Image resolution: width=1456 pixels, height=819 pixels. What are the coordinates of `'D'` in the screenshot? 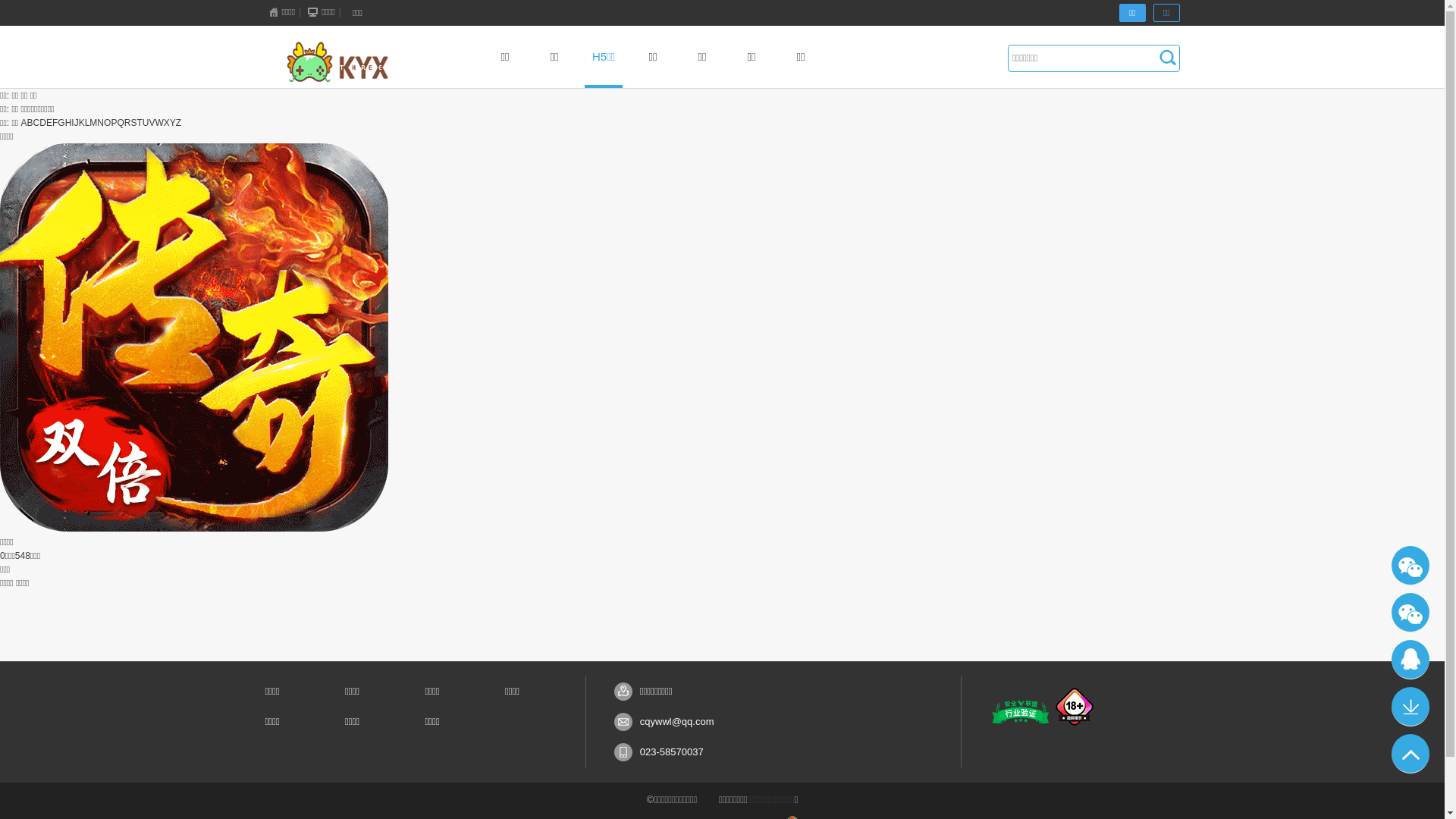 It's located at (42, 122).